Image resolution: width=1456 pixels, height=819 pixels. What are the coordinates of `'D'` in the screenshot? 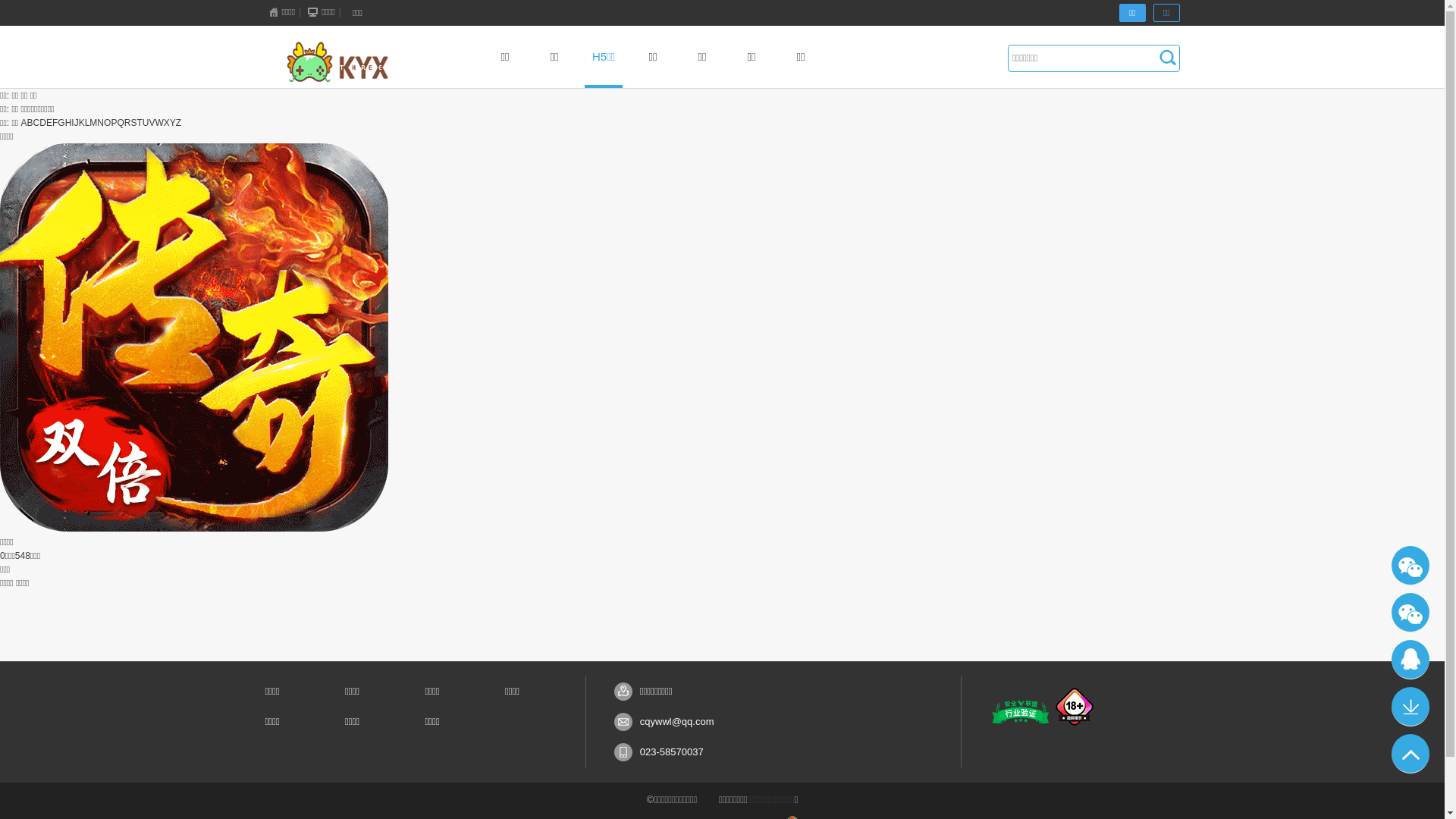 It's located at (42, 122).